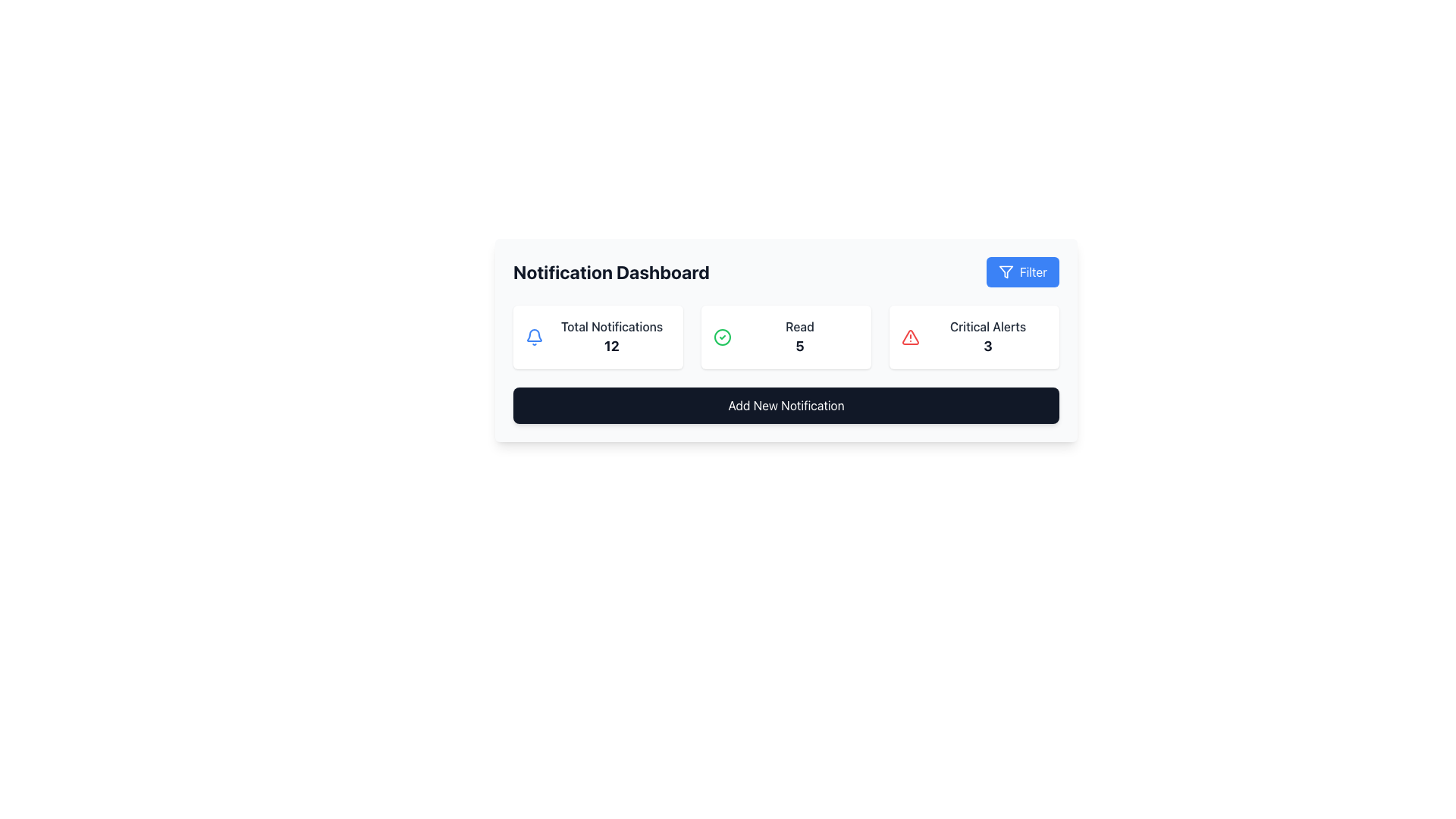  What do you see at coordinates (987, 336) in the screenshot?
I see `the Text Display element that shows 'Critical Alerts' and the number '3', located in the third card from the left with a red alert icon` at bounding box center [987, 336].